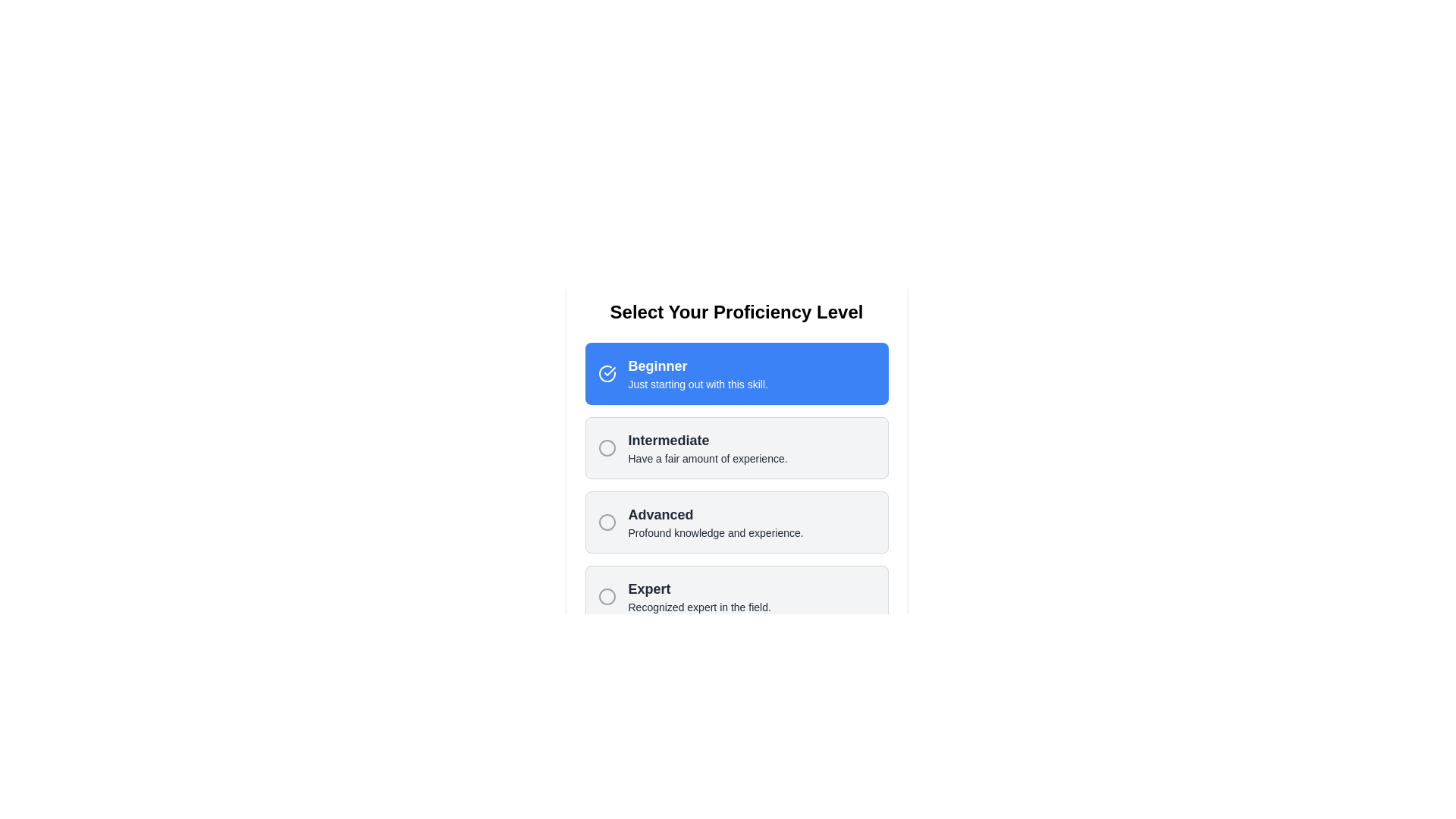  I want to click on the circular graphical indicator with a gray outline located to the left of the 'Advanced' option, so click(607, 522).